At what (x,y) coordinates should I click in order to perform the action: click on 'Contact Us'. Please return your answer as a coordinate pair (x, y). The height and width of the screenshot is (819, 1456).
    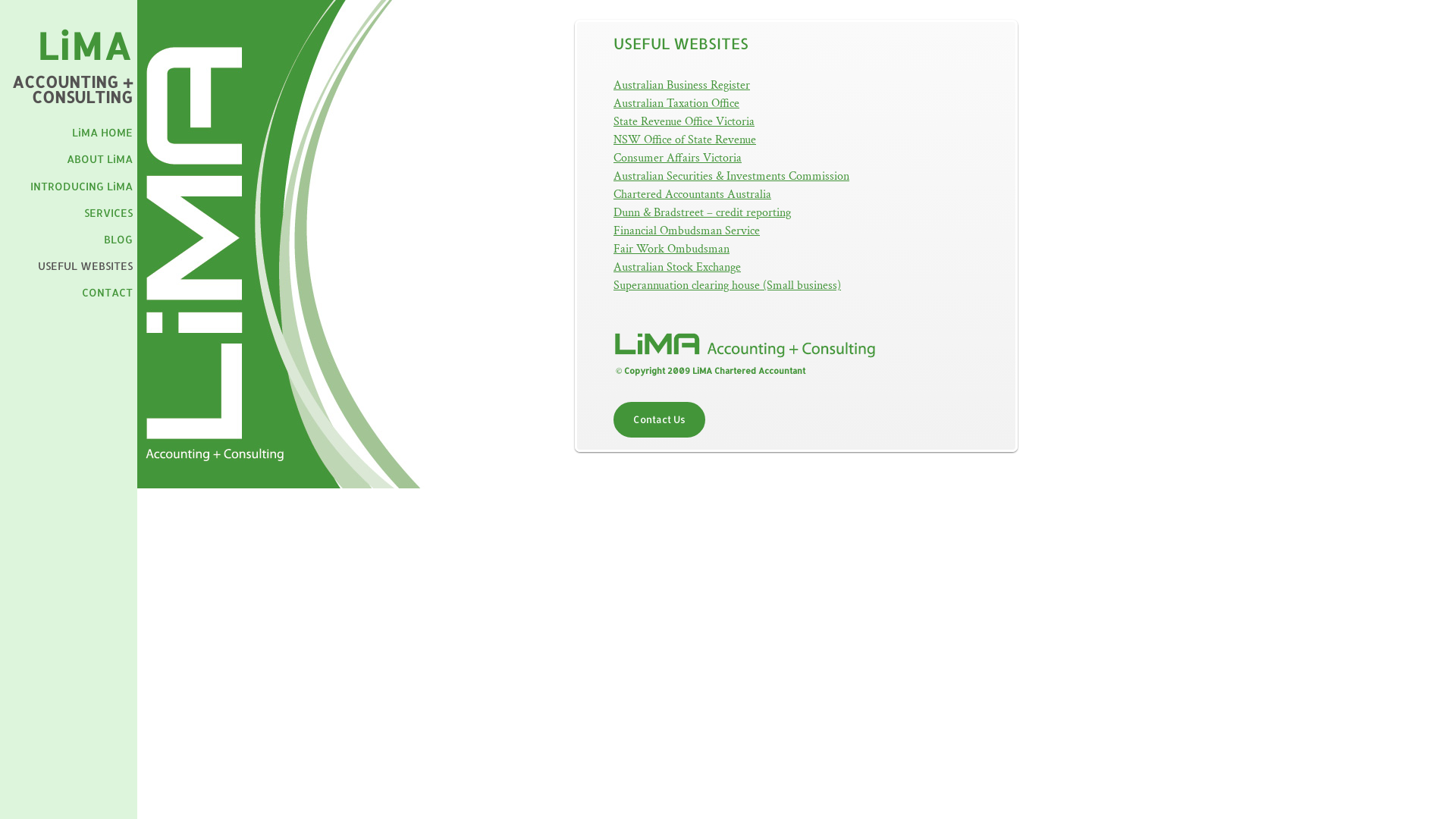
    Looking at the image, I should click on (659, 419).